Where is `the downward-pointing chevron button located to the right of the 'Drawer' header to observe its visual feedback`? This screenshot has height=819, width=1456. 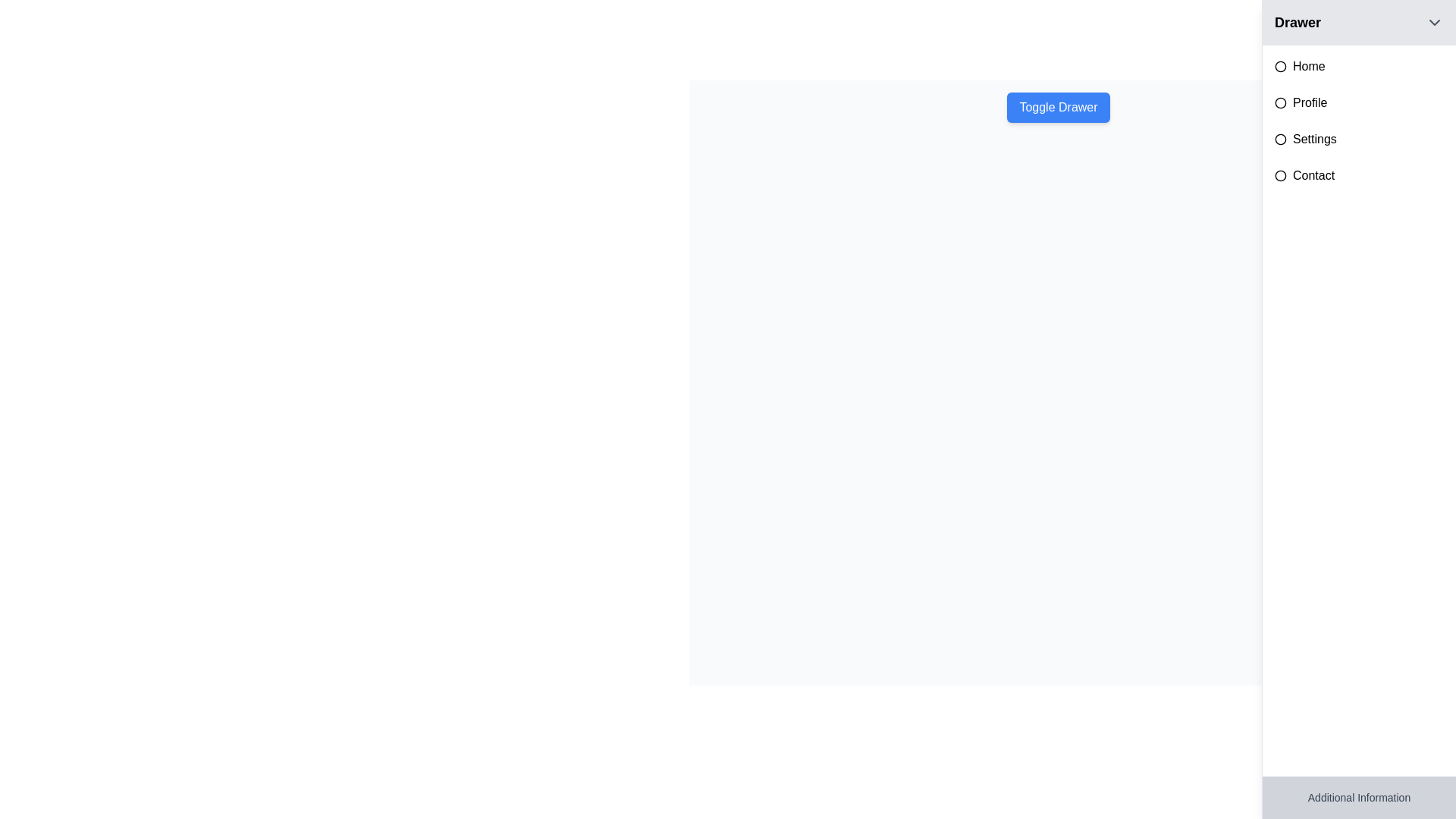 the downward-pointing chevron button located to the right of the 'Drawer' header to observe its visual feedback is located at coordinates (1433, 23).